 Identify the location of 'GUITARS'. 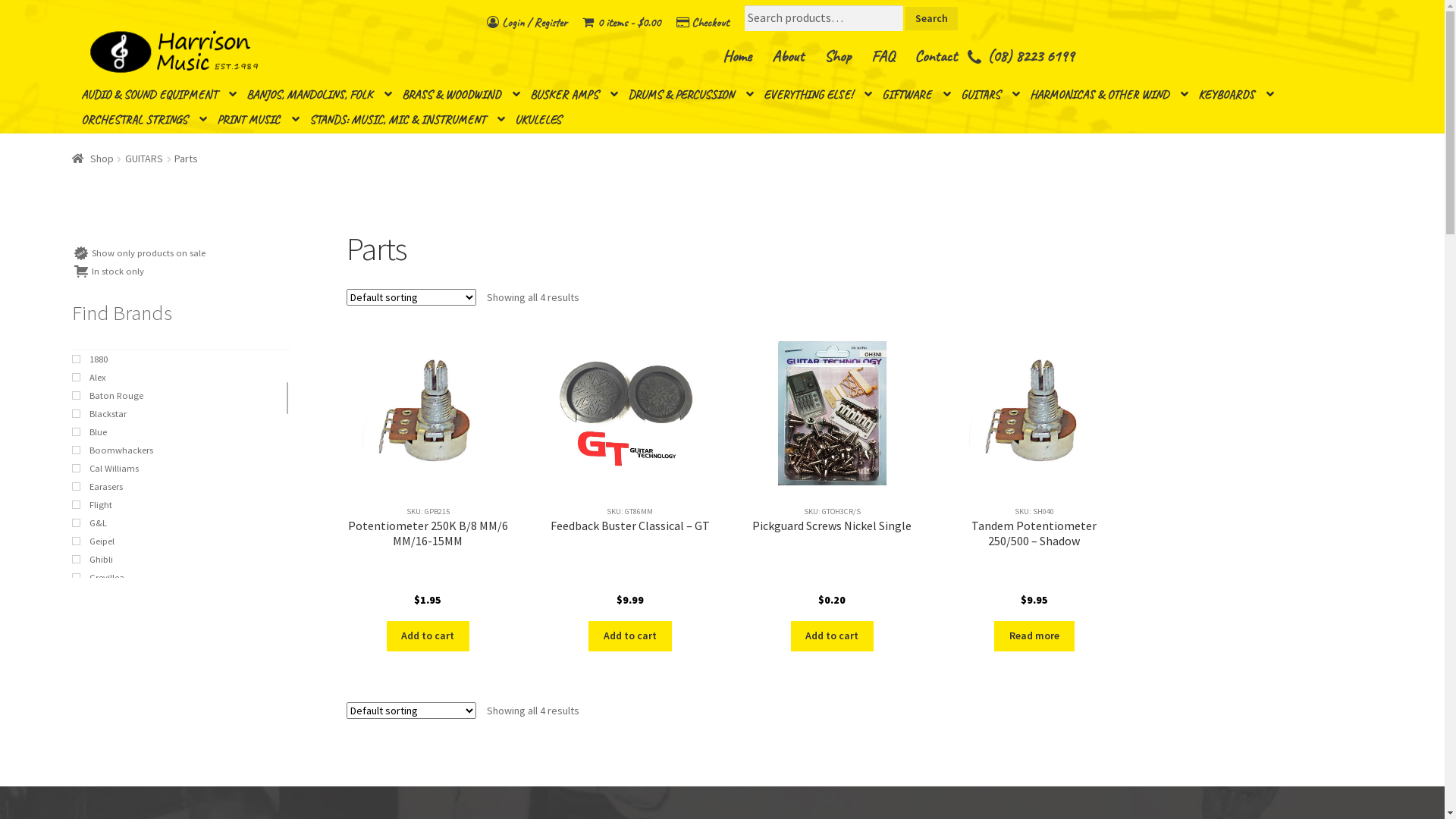
(144, 158).